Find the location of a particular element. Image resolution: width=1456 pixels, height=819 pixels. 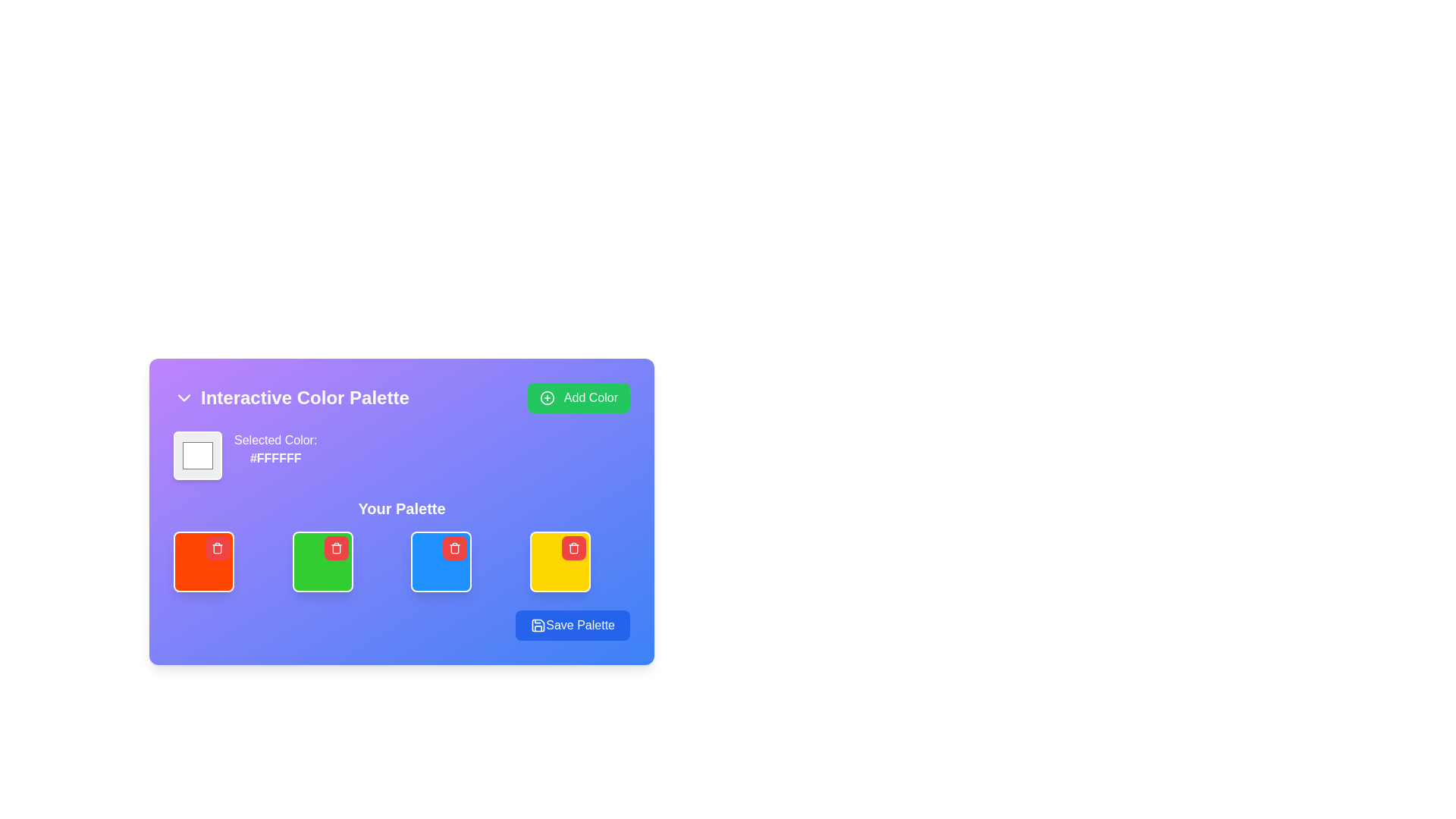

the outer boundary of the '+' button icon, which is the largest circular component within the group located at the top-right corner of the interface near the 'Add Color' button's label area is located at coordinates (546, 397).